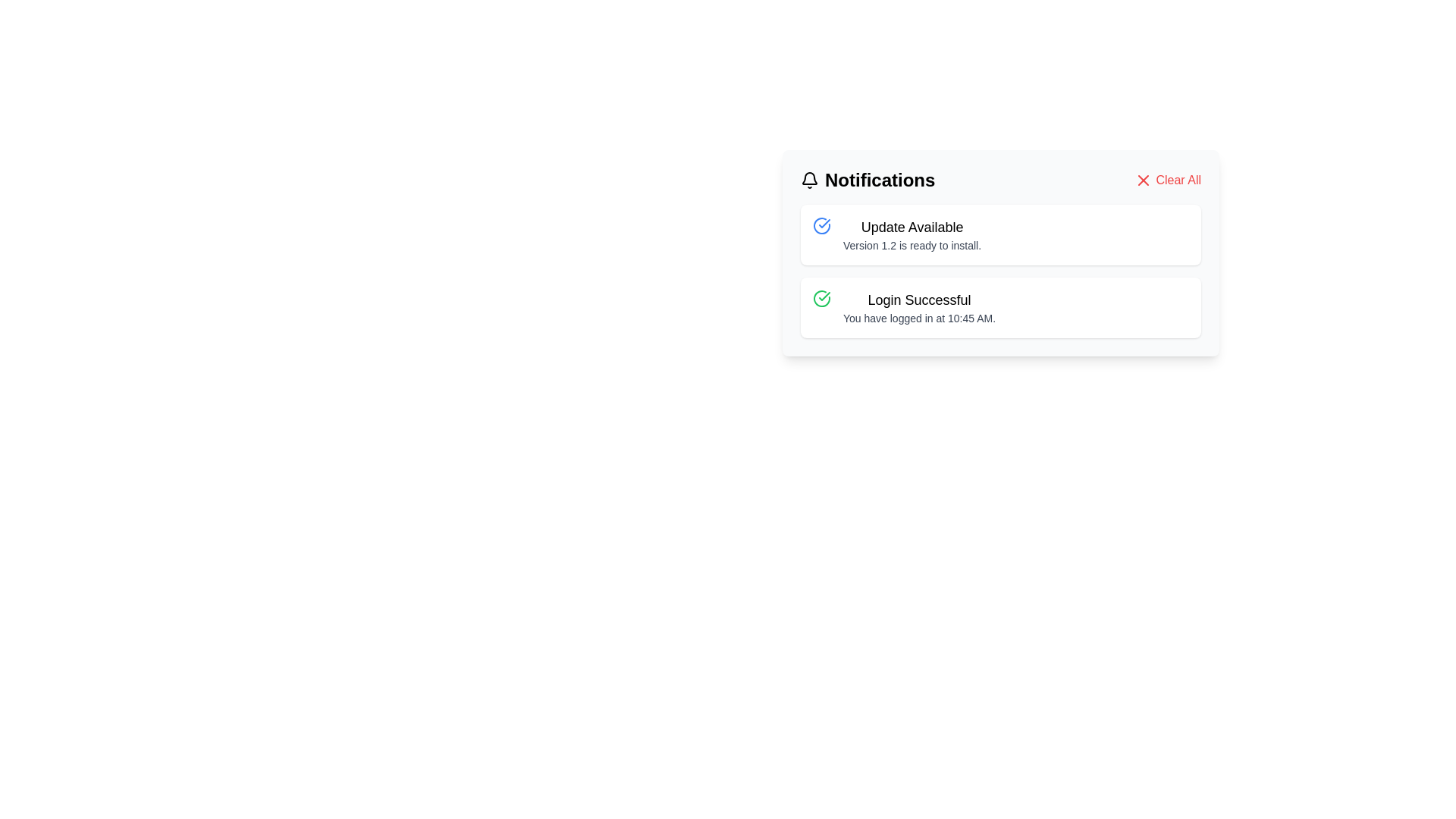  Describe the element at coordinates (824, 223) in the screenshot. I see `the icon indicating a successful operation located to the left of the text 'Login Successful' in the second notification item under the 'Notifications' section` at that location.